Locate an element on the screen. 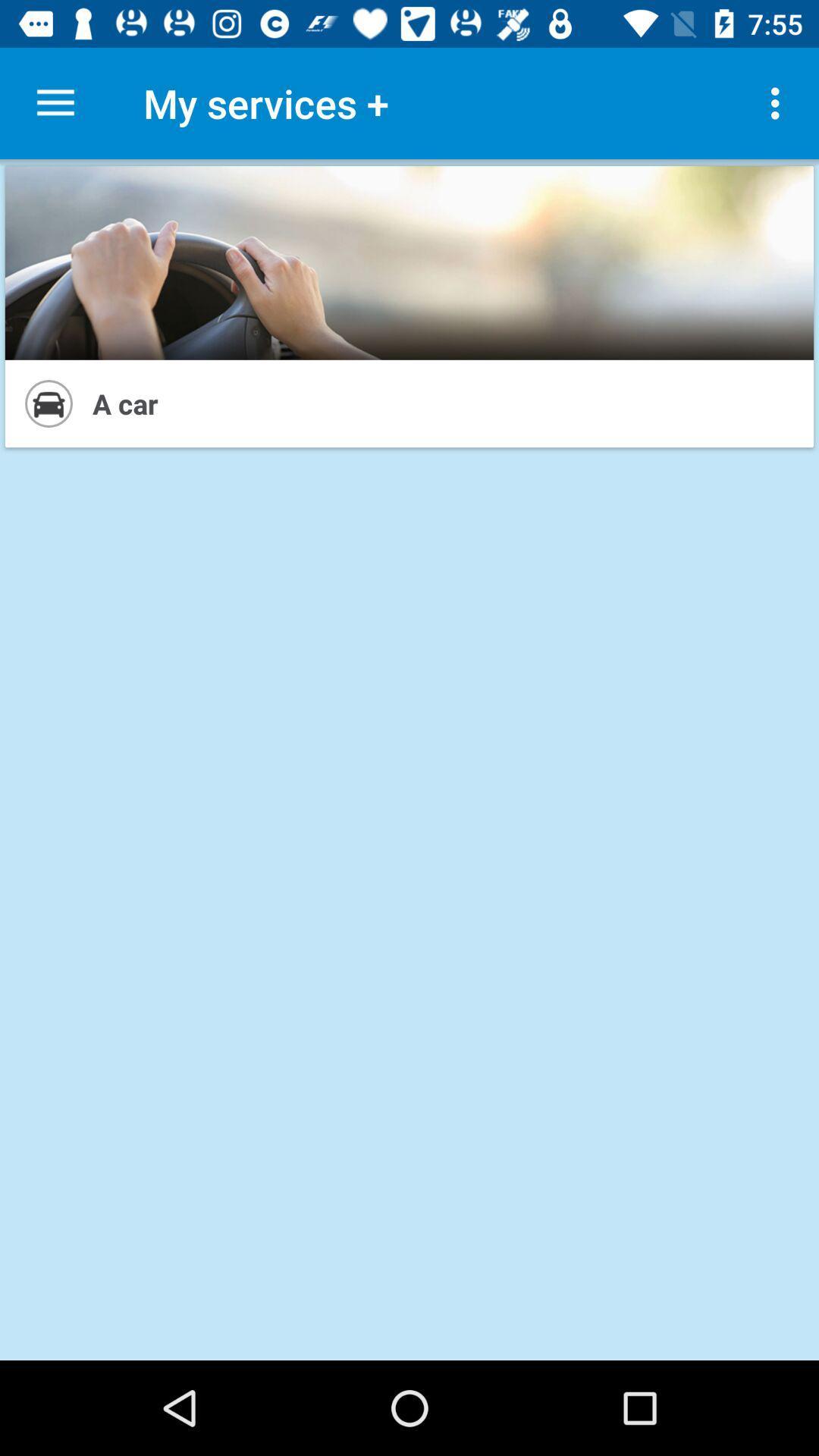 This screenshot has height=1456, width=819. icon at the top right corner is located at coordinates (779, 102).